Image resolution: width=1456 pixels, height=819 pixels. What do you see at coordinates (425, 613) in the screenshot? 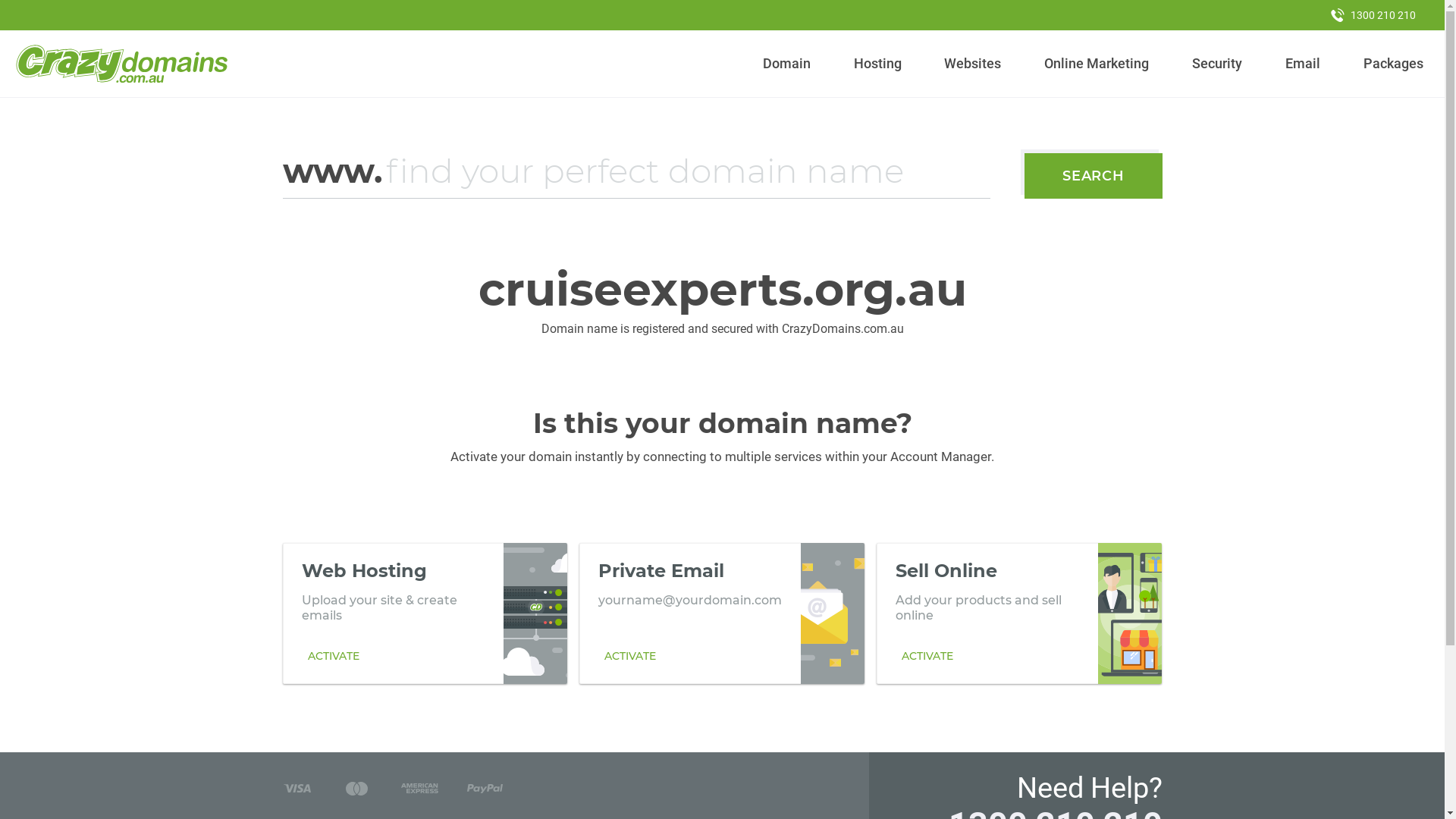
I see `'Web Hosting` at bounding box center [425, 613].